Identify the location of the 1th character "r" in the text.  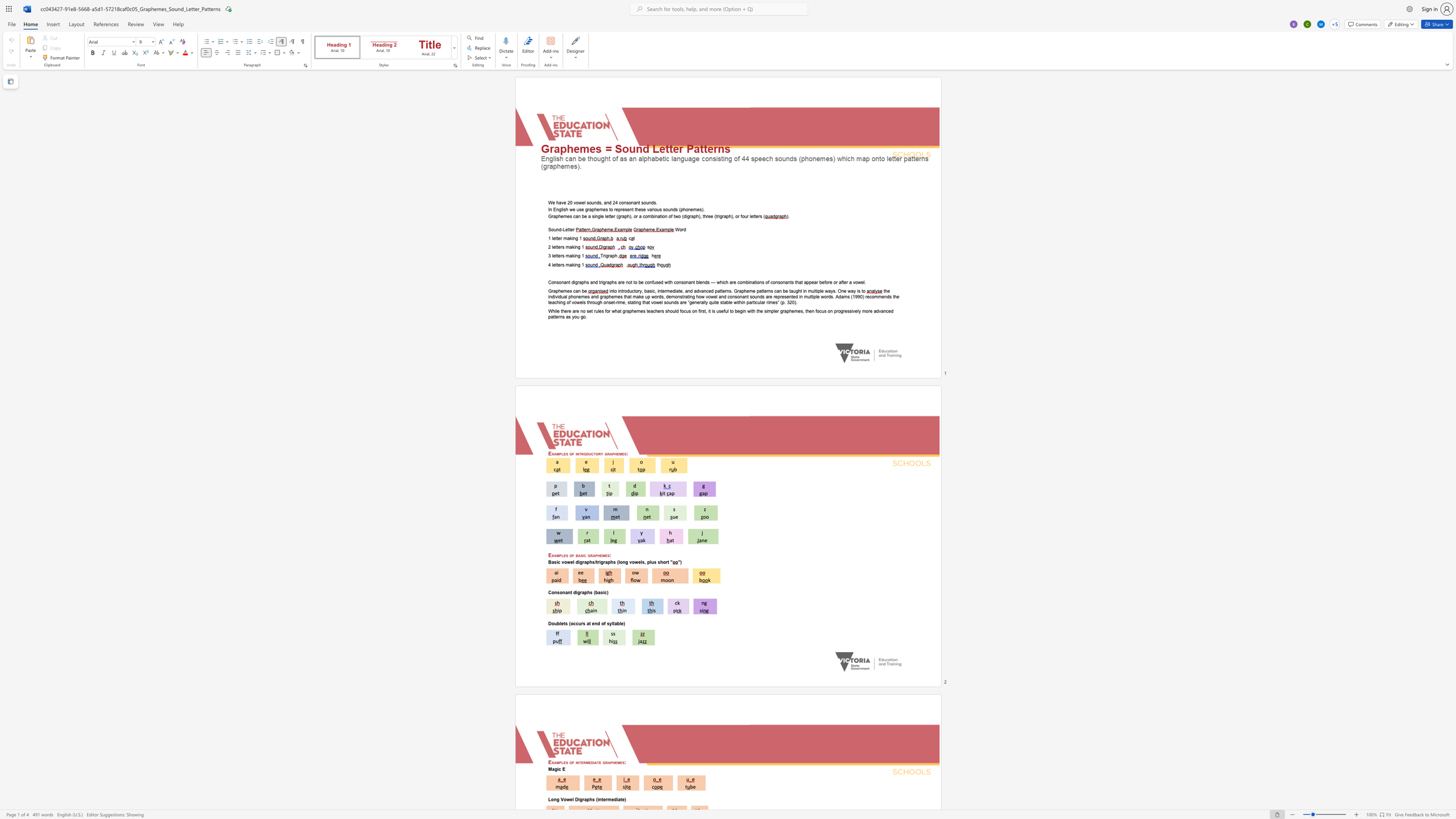
(574, 229).